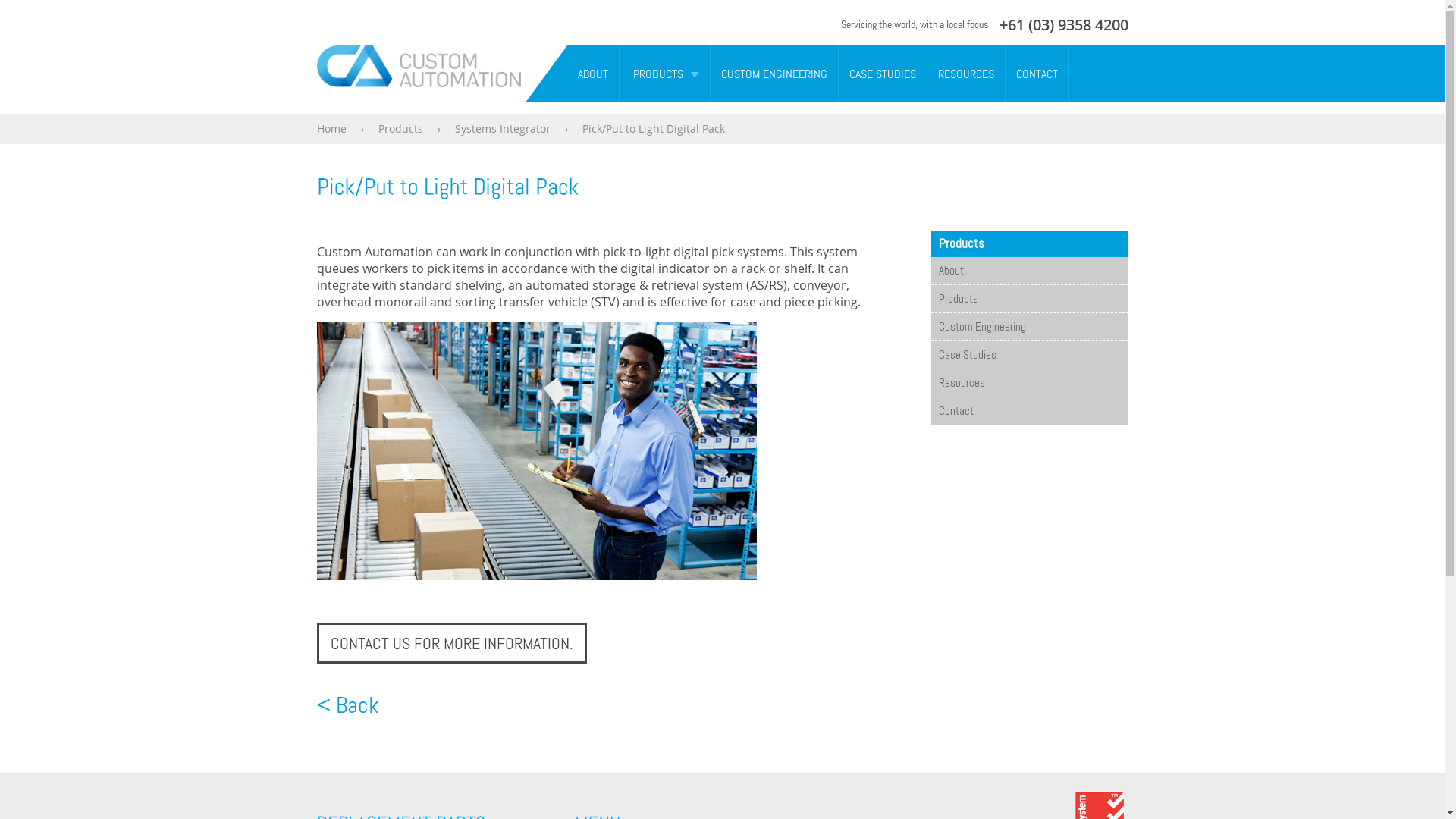  What do you see at coordinates (1005, 74) in the screenshot?
I see `'CONTACT'` at bounding box center [1005, 74].